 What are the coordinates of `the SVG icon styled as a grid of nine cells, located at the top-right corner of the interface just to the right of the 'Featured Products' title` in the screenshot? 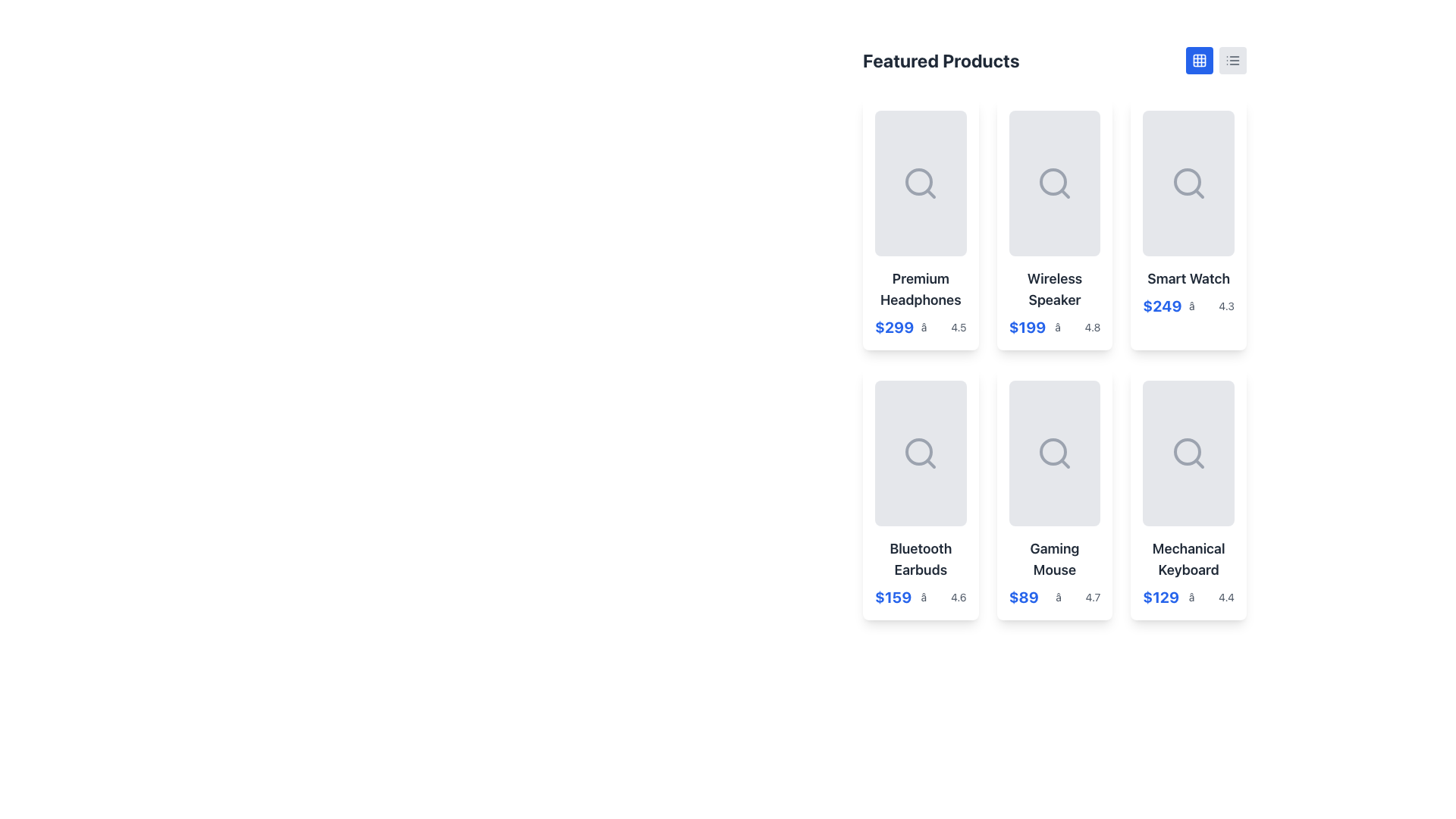 It's located at (1199, 60).